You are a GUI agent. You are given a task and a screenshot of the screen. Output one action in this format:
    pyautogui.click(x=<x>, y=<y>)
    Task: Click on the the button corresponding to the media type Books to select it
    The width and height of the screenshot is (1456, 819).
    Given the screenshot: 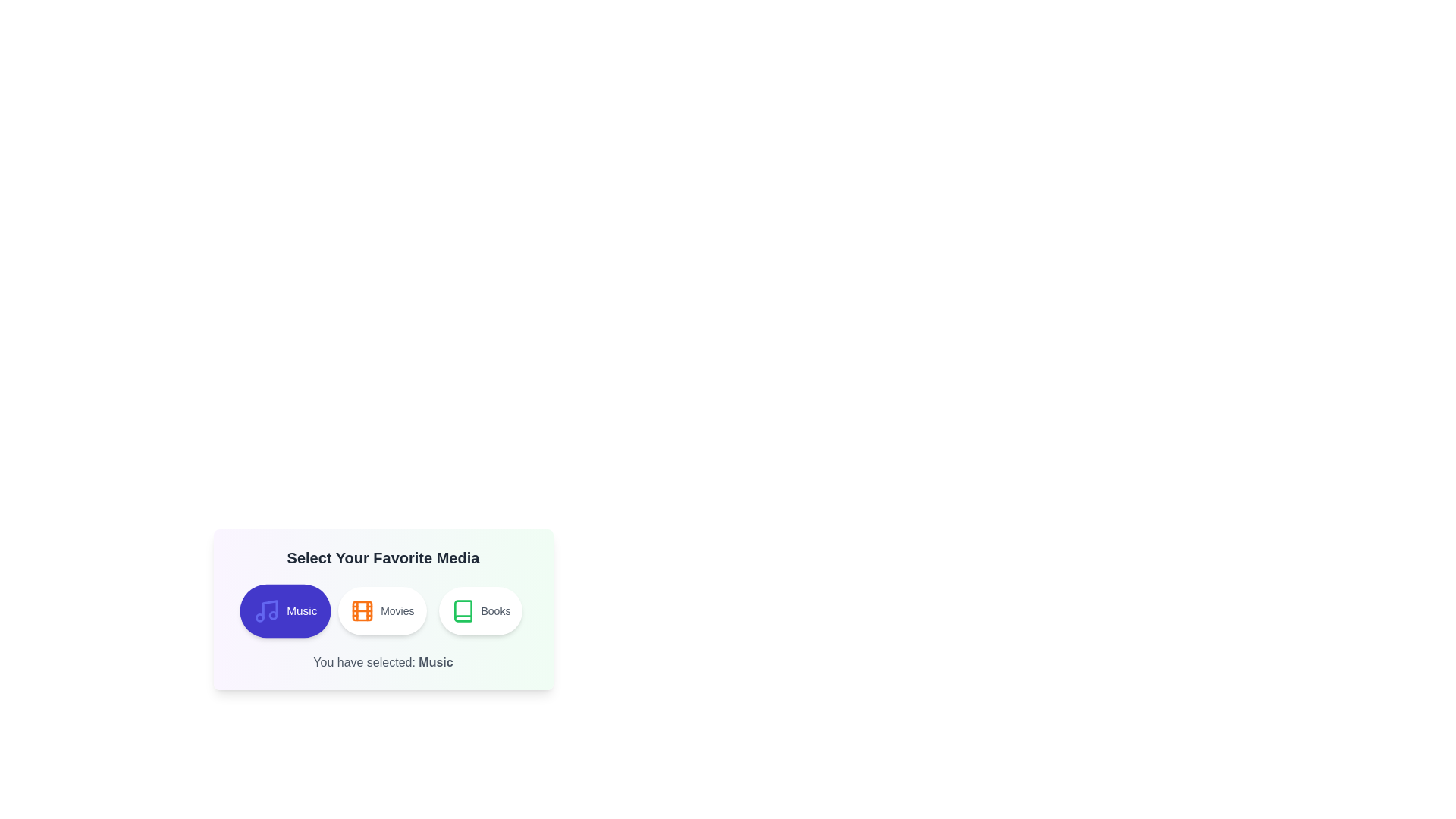 What is the action you would take?
    pyautogui.click(x=479, y=610)
    